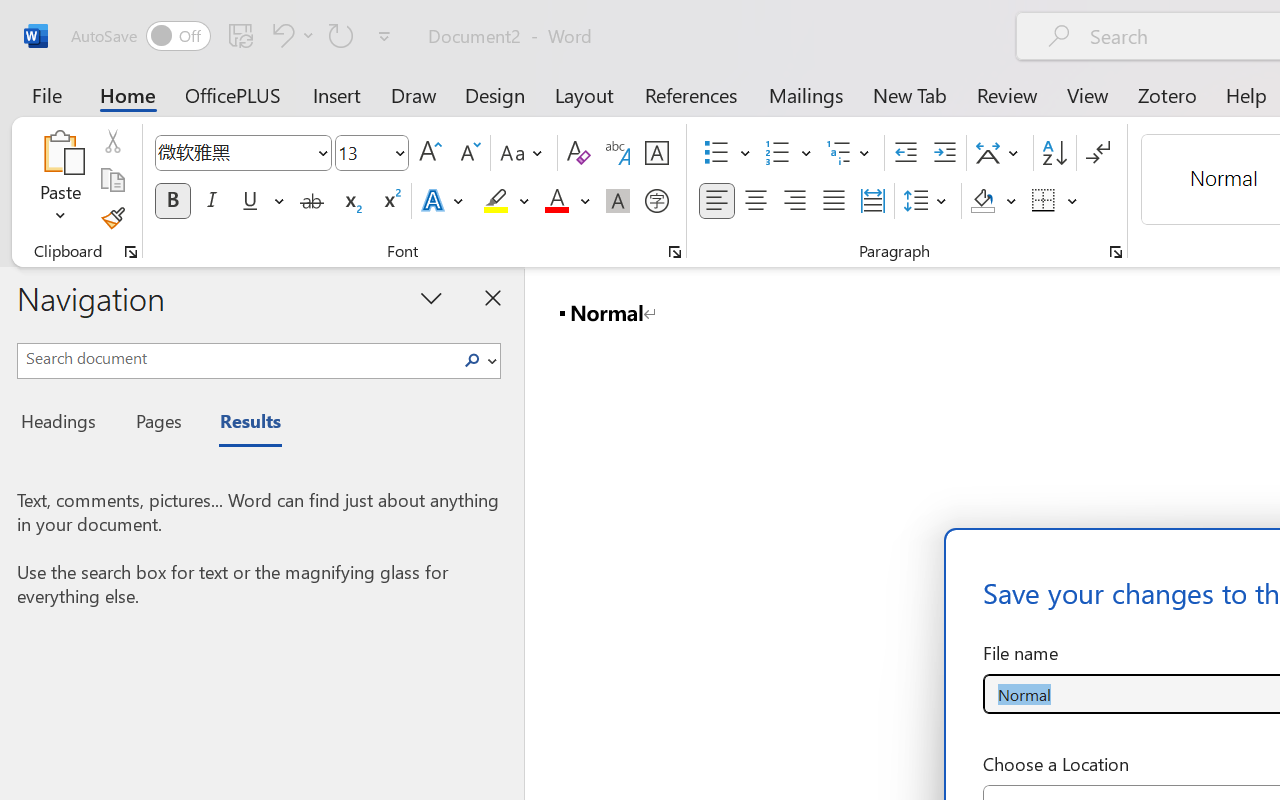 Image resolution: width=1280 pixels, height=800 pixels. I want to click on 'Undo <ApplyStyleToDoc>b__0', so click(279, 34).